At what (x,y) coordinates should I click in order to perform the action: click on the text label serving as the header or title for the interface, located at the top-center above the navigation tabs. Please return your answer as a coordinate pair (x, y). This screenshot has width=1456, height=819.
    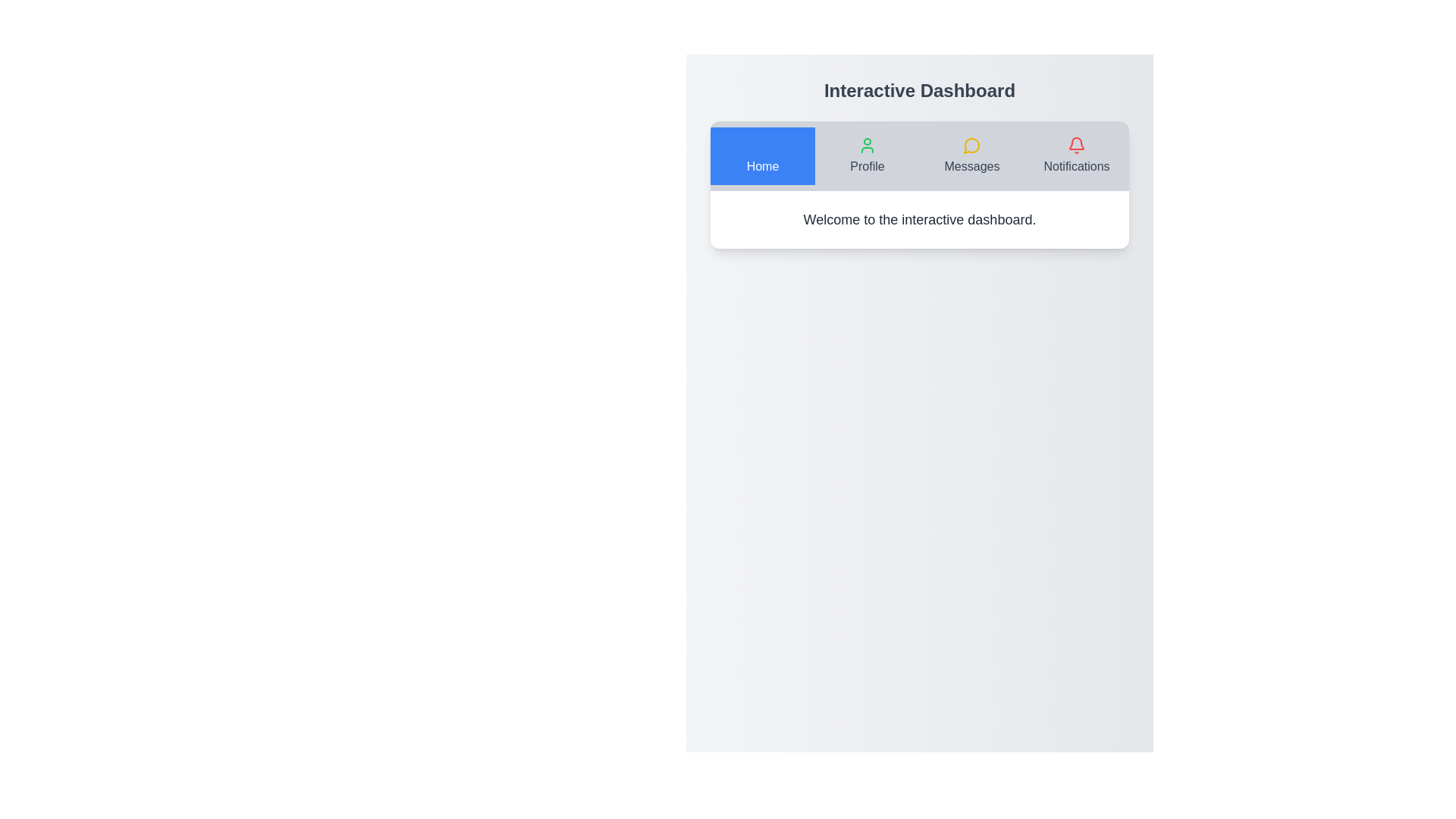
    Looking at the image, I should click on (919, 90).